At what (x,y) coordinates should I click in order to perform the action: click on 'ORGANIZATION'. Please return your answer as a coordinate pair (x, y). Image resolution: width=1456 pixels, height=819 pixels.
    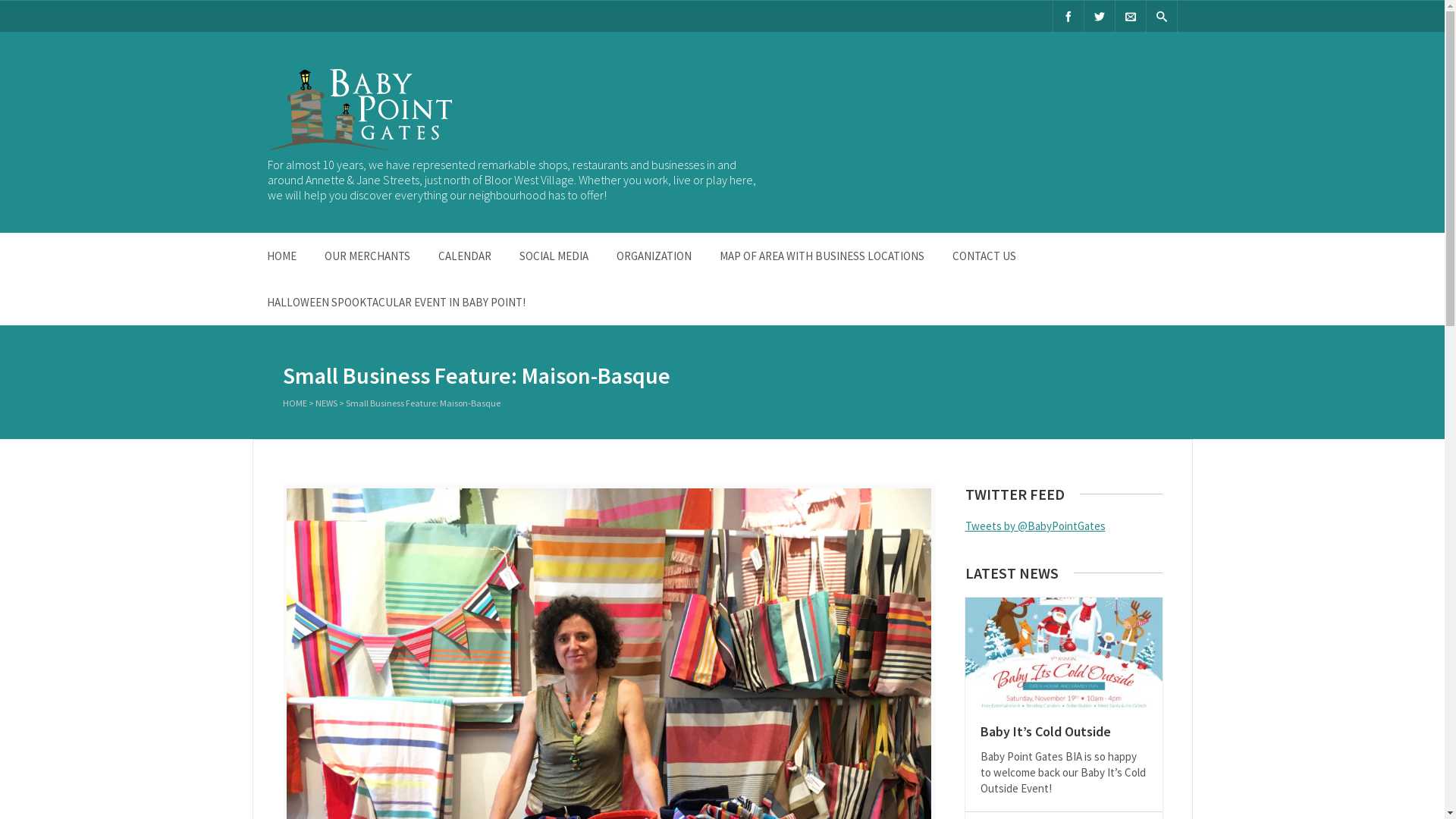
    Looking at the image, I should click on (654, 255).